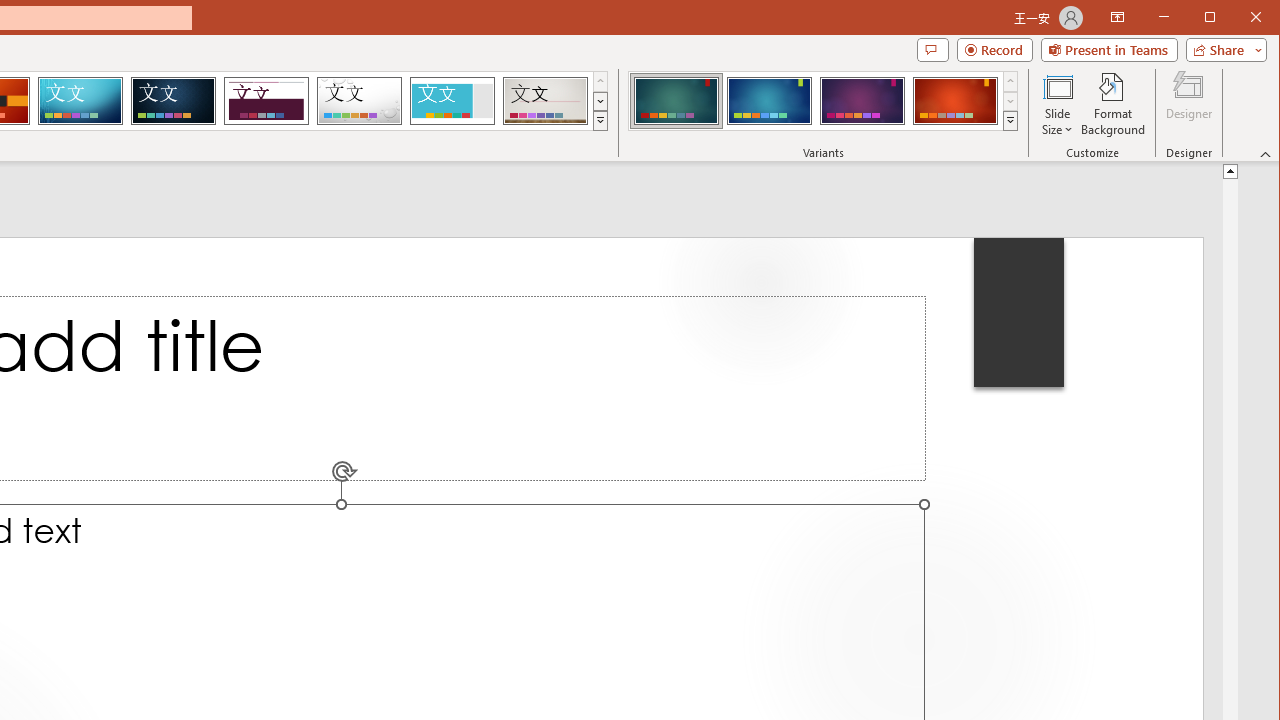 The width and height of the screenshot is (1280, 720). I want to click on 'Themes', so click(599, 120).